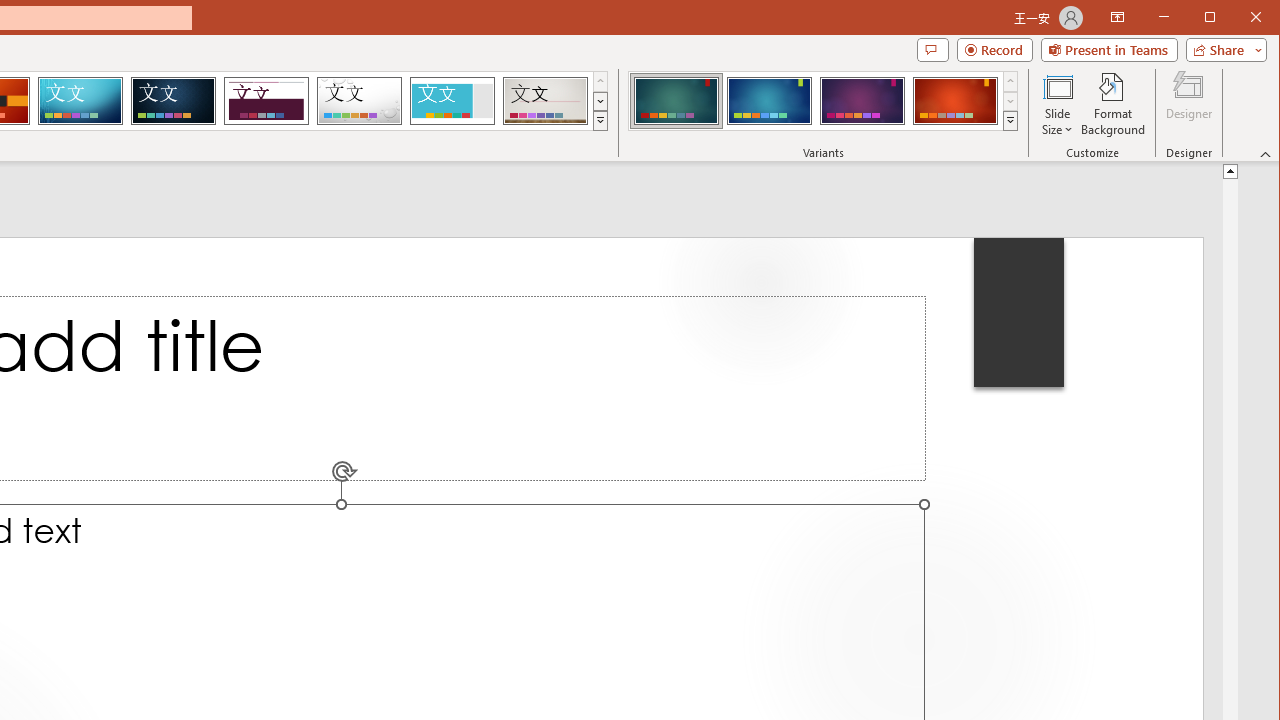 The width and height of the screenshot is (1280, 720). I want to click on 'Themes', so click(599, 120).